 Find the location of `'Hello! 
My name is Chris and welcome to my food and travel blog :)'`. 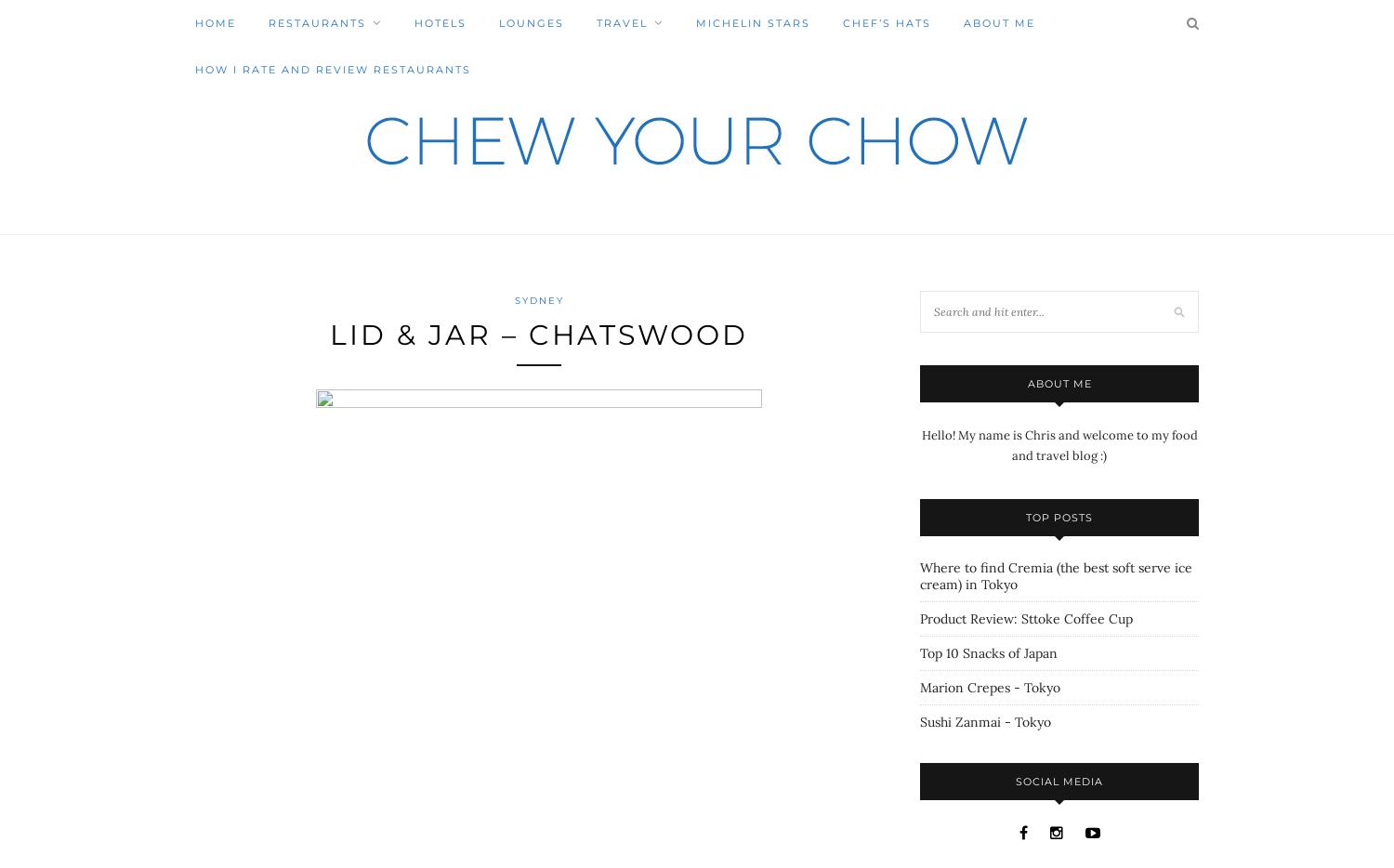

'Hello! 
My name is Chris and welcome to my food and travel blog :)' is located at coordinates (1059, 444).